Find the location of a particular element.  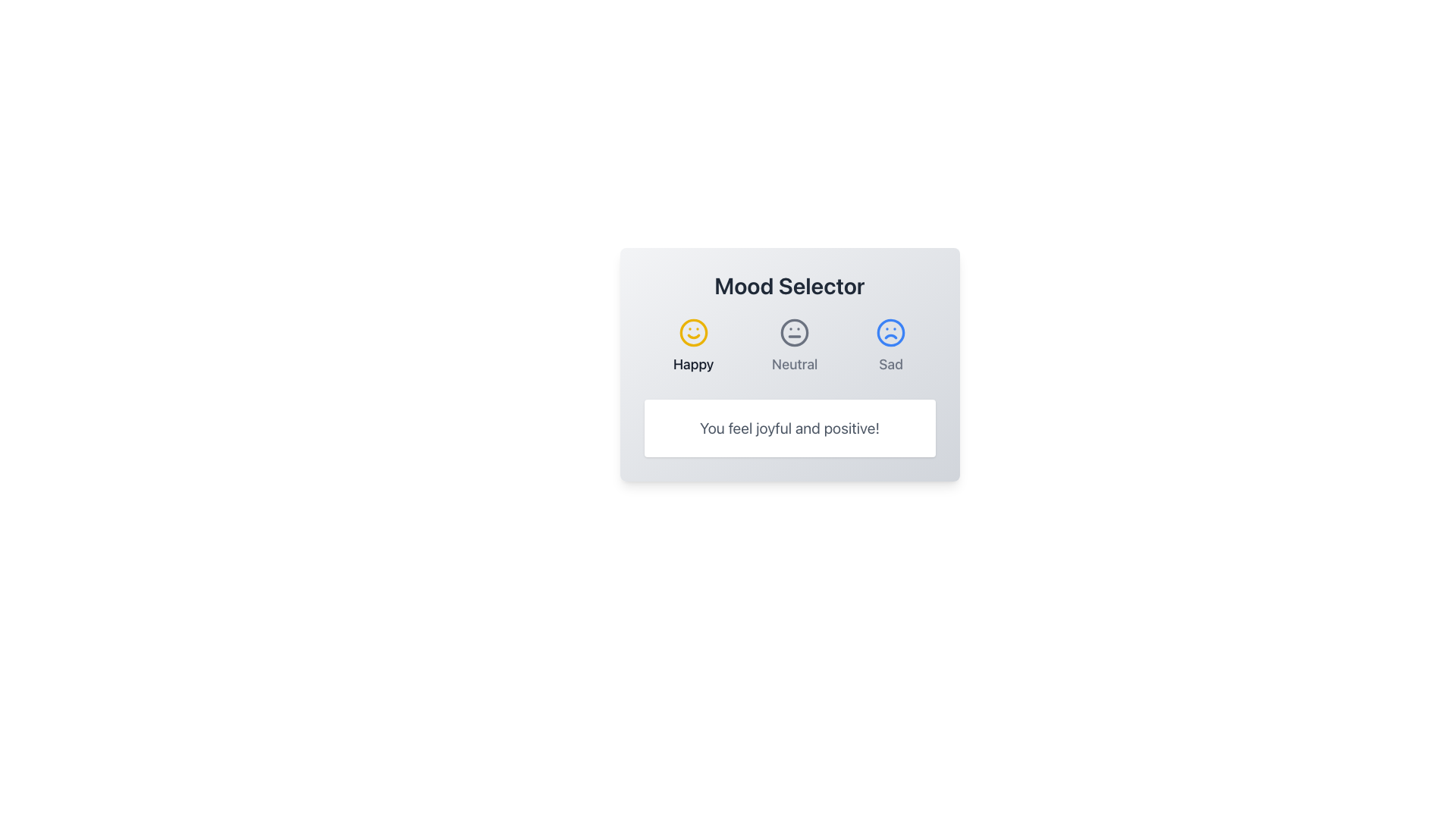

the 'Neutral' mood button located in the center of the mood options row is located at coordinates (794, 346).